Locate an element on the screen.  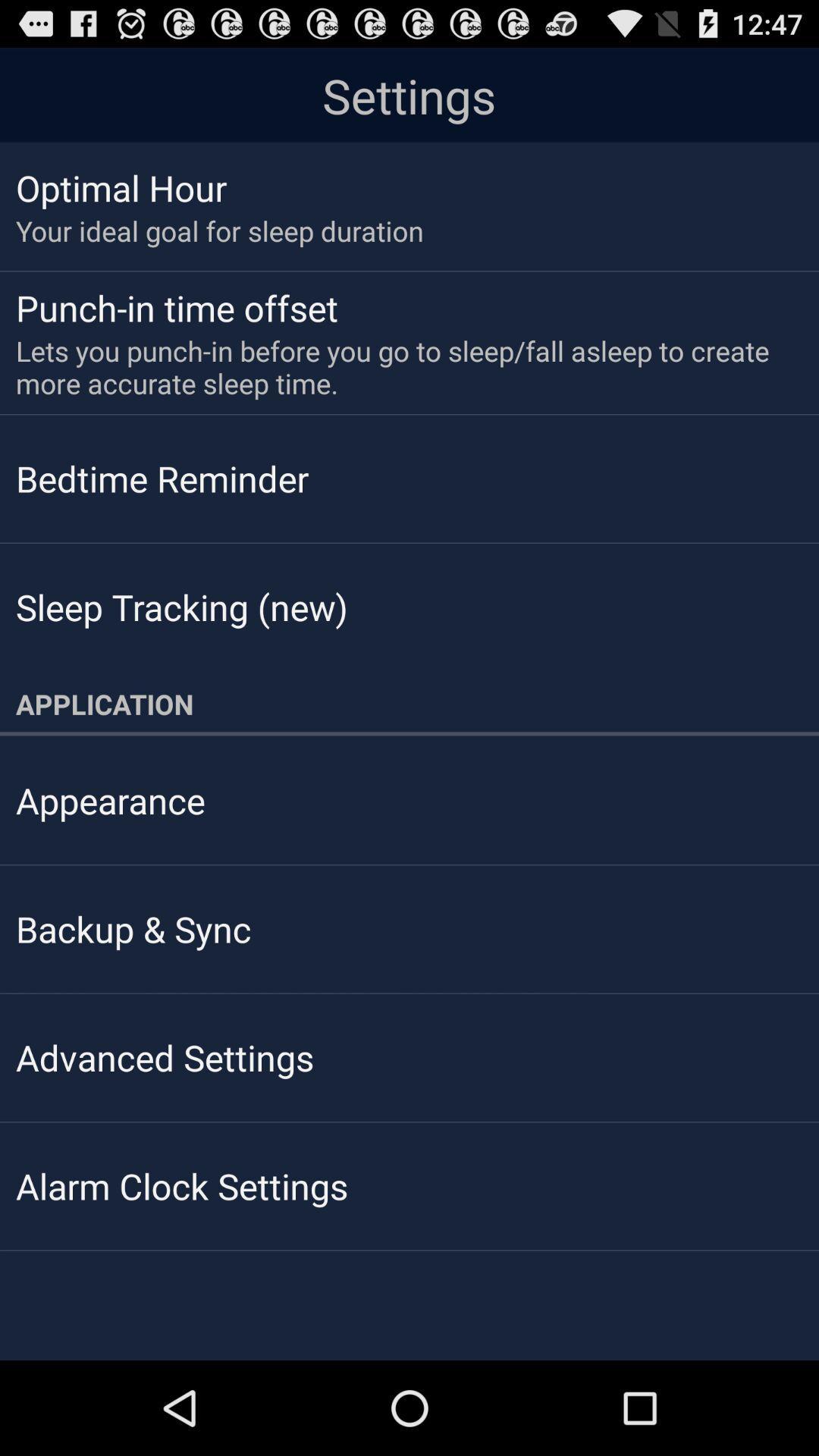
icon below the advanced settings icon is located at coordinates (180, 1185).